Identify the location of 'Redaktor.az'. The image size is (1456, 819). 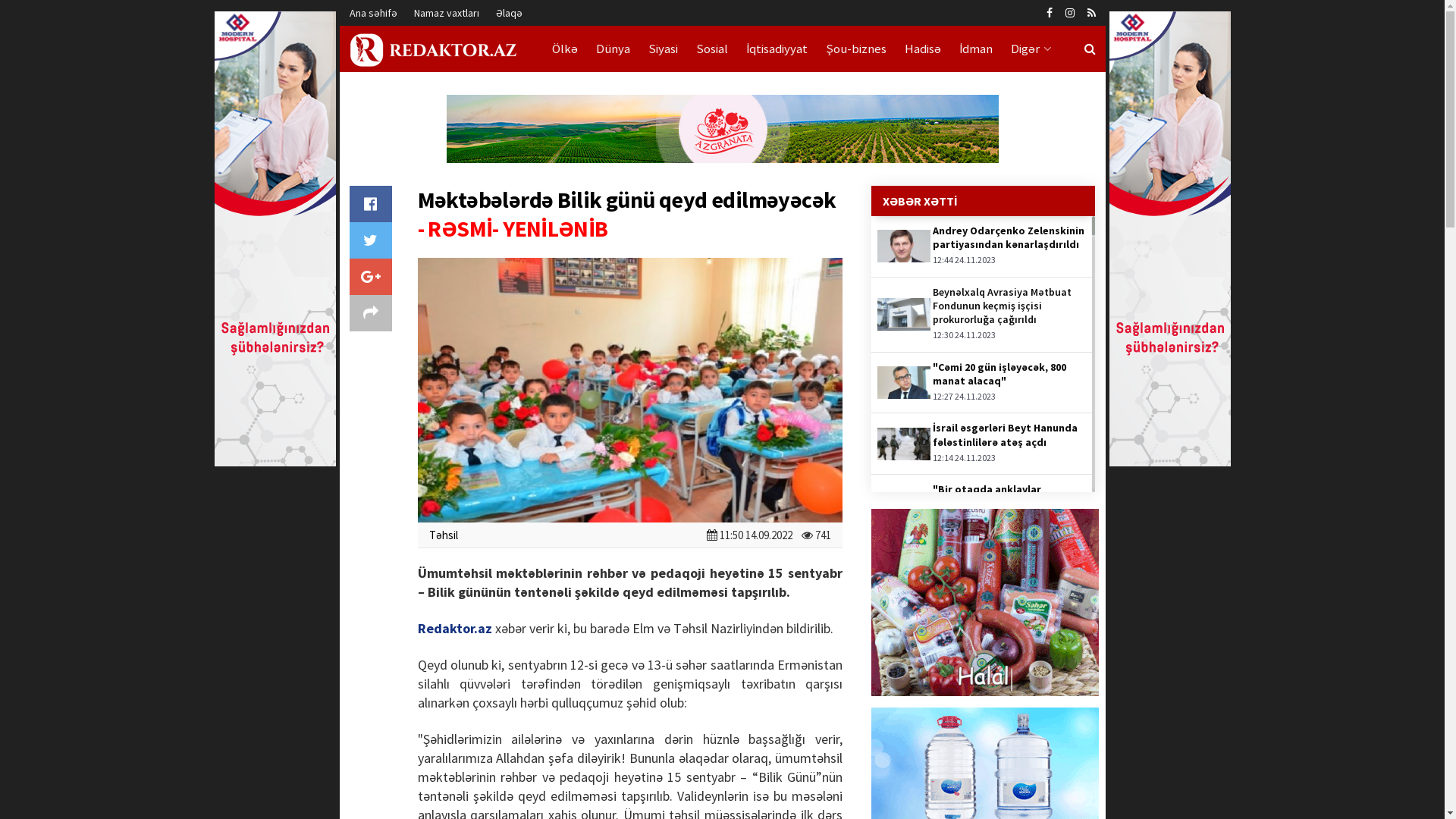
(453, 628).